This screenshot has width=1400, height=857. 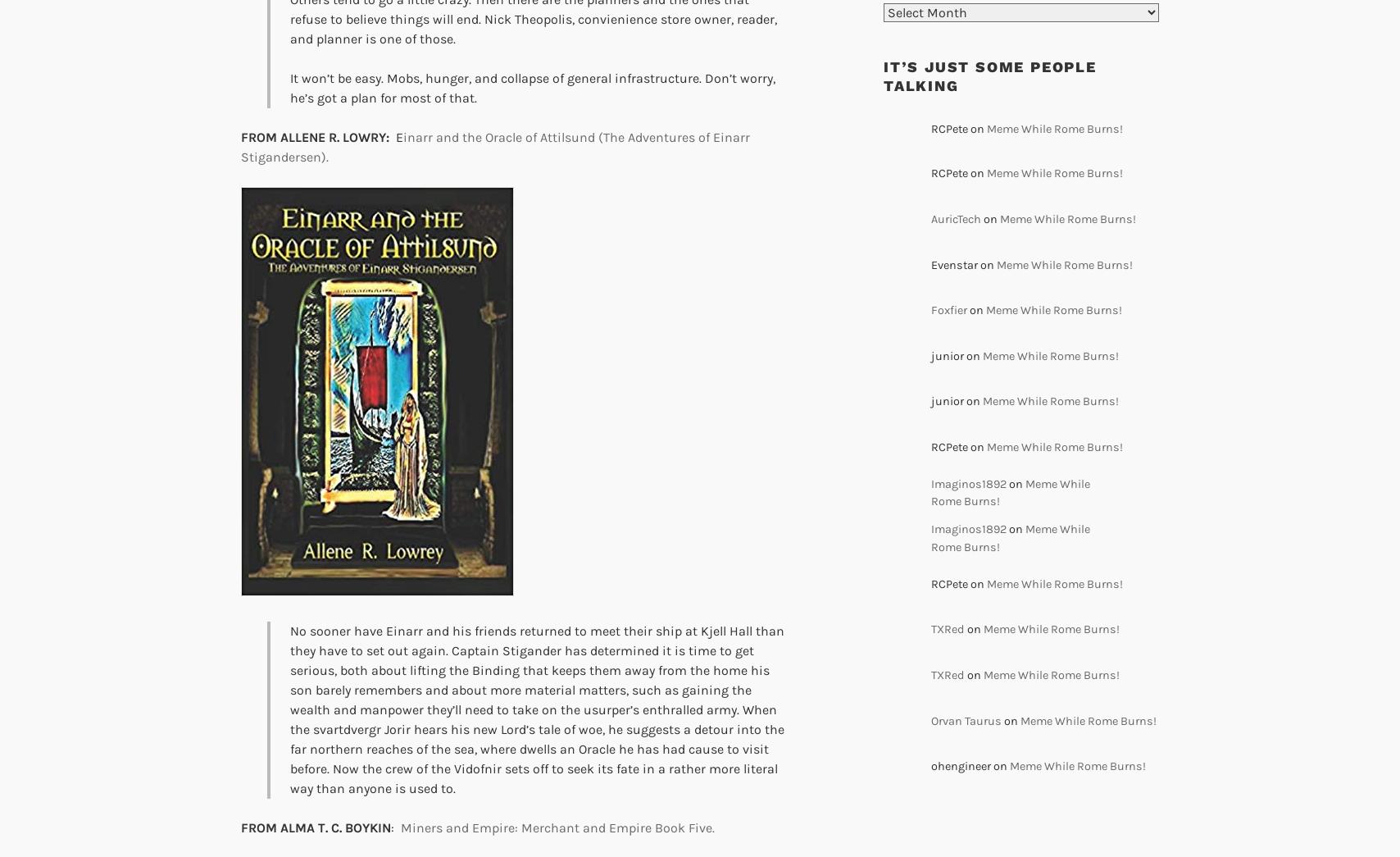 I want to click on 'FROM ALLENE R. LOWRY:', so click(x=240, y=136).